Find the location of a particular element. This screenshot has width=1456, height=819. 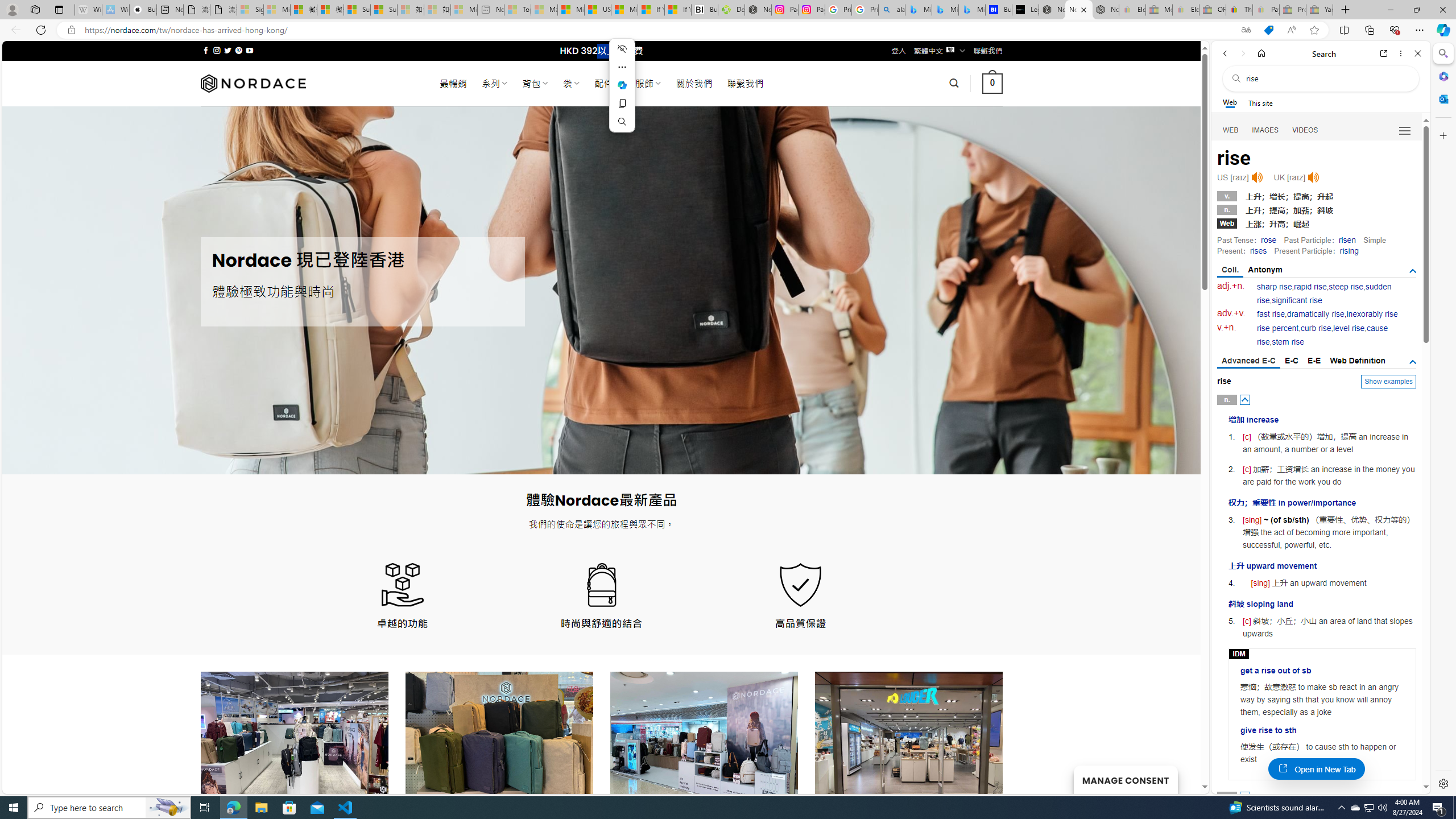

'sharp rise' is located at coordinates (1275, 286).